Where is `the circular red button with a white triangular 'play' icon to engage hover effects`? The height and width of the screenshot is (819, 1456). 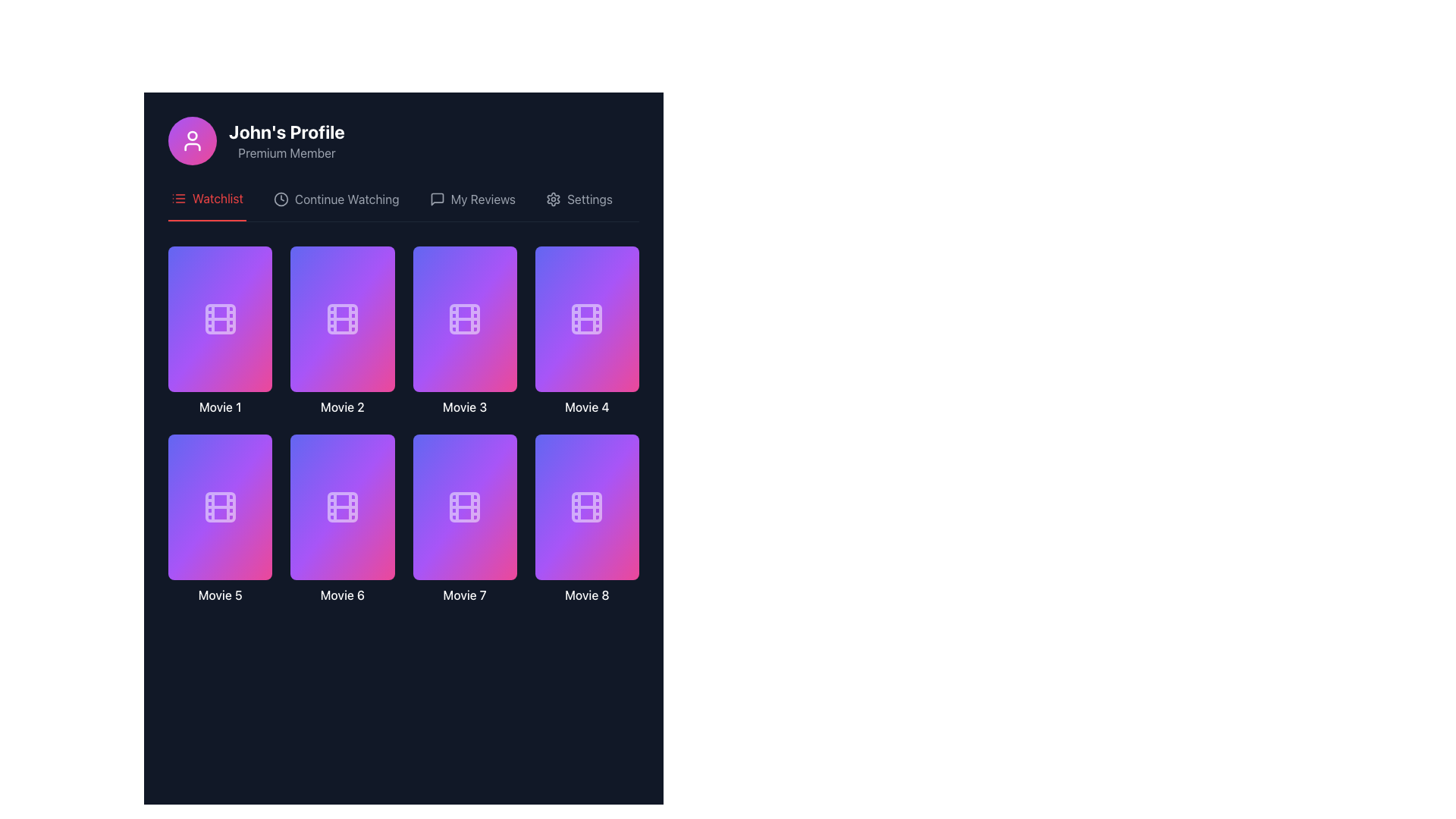 the circular red button with a white triangular 'play' icon to engage hover effects is located at coordinates (464, 311).